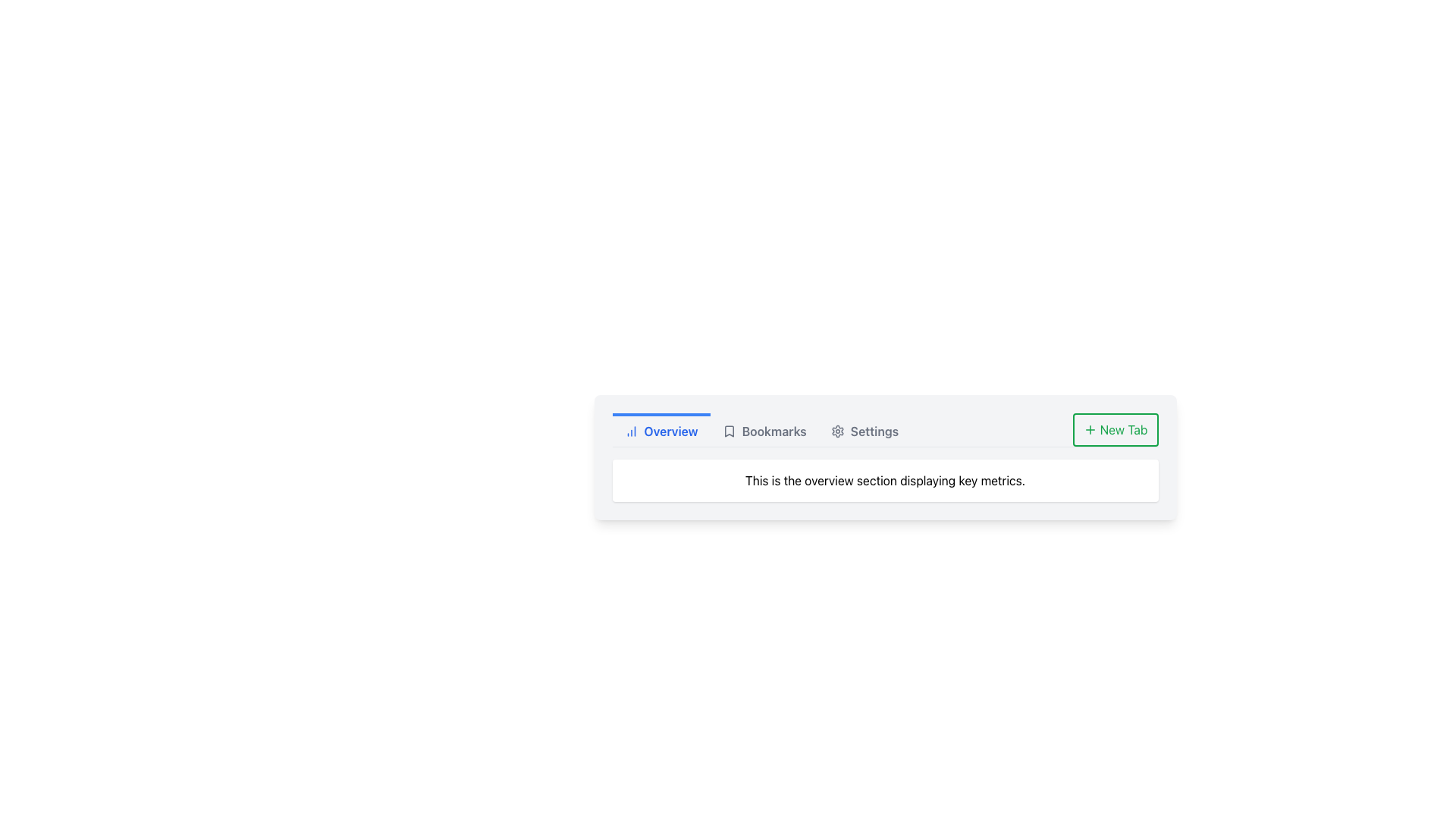 Image resolution: width=1456 pixels, height=819 pixels. I want to click on the 'New Tab' button located at the far right of the top navigation bar, after 'Overview,' 'Bookmarks,' and 'Settings,', so click(1116, 430).